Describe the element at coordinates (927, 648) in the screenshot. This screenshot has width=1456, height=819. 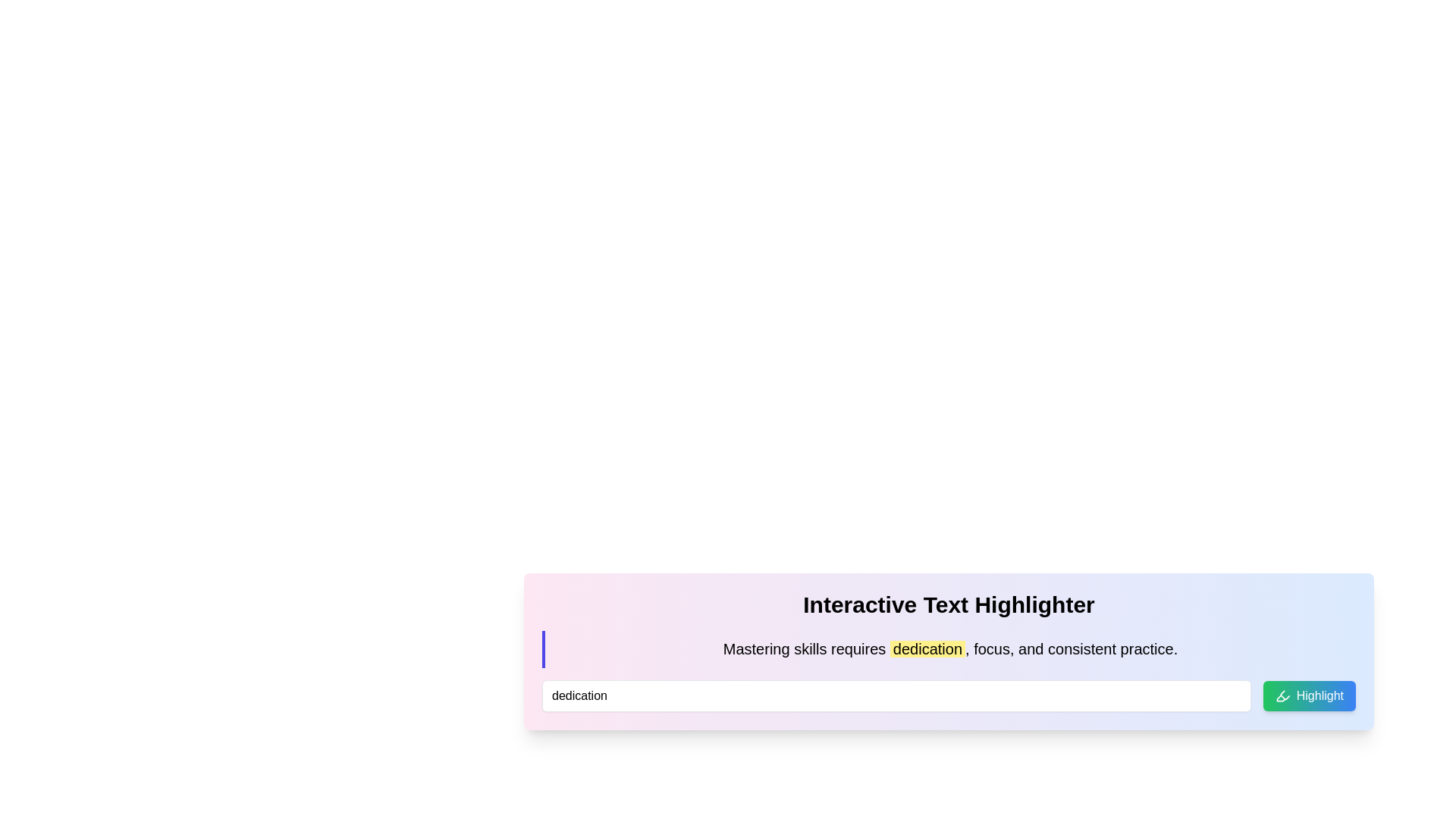
I see `the highlighted text emphasizing the word 'dedication' within the sentence 'Mastering skills requires dedication, focus, and consistent practice.'` at that location.